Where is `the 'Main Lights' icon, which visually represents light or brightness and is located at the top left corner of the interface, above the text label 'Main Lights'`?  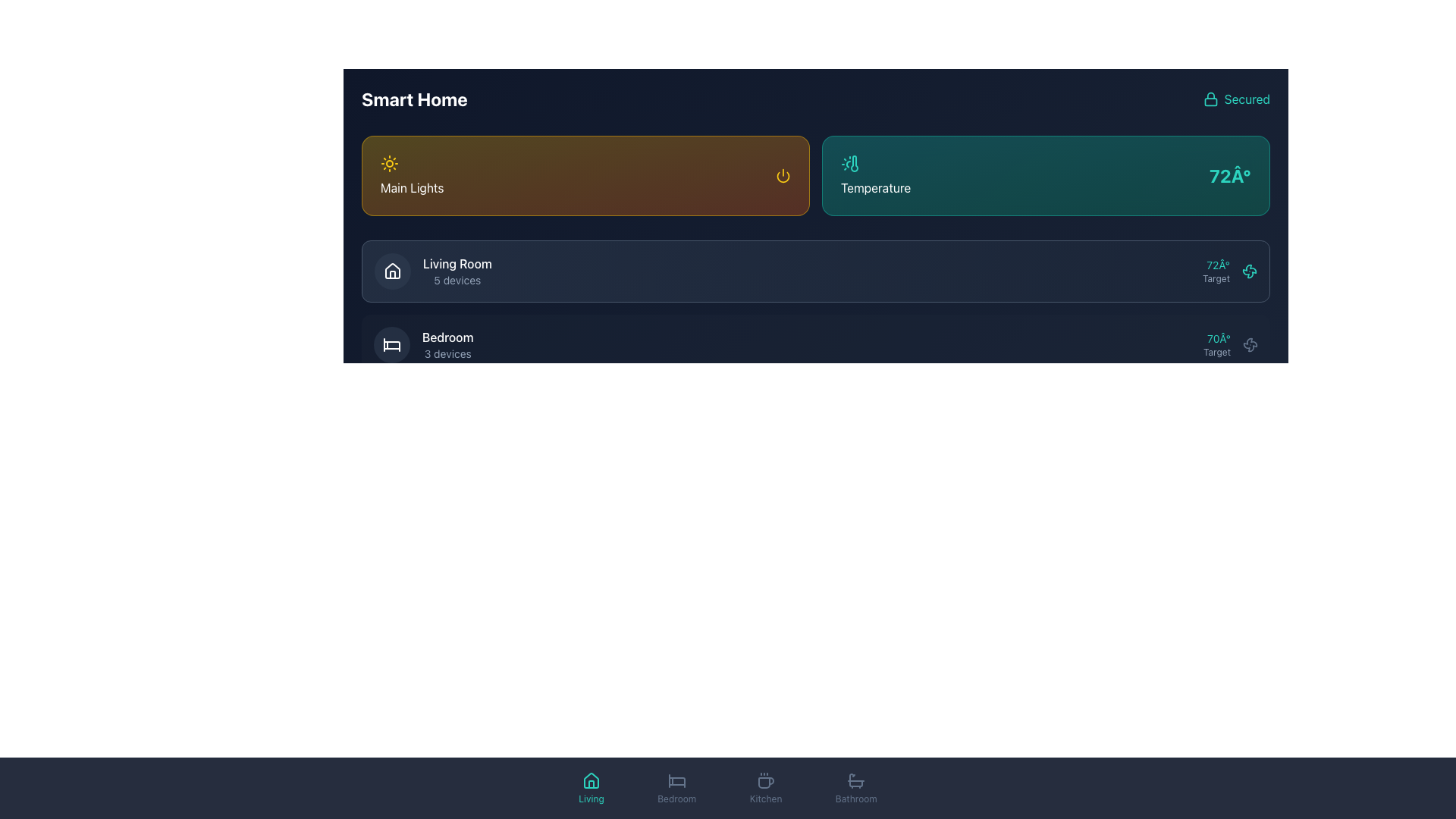 the 'Main Lights' icon, which visually represents light or brightness and is located at the top left corner of the interface, above the text label 'Main Lights' is located at coordinates (389, 164).